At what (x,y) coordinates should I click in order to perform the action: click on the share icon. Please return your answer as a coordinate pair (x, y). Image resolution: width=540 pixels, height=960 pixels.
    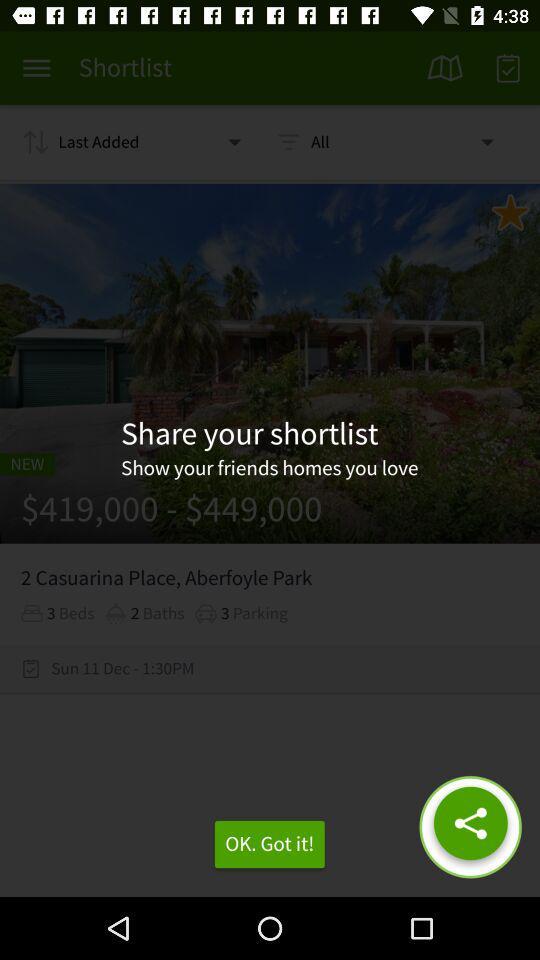
    Looking at the image, I should click on (470, 827).